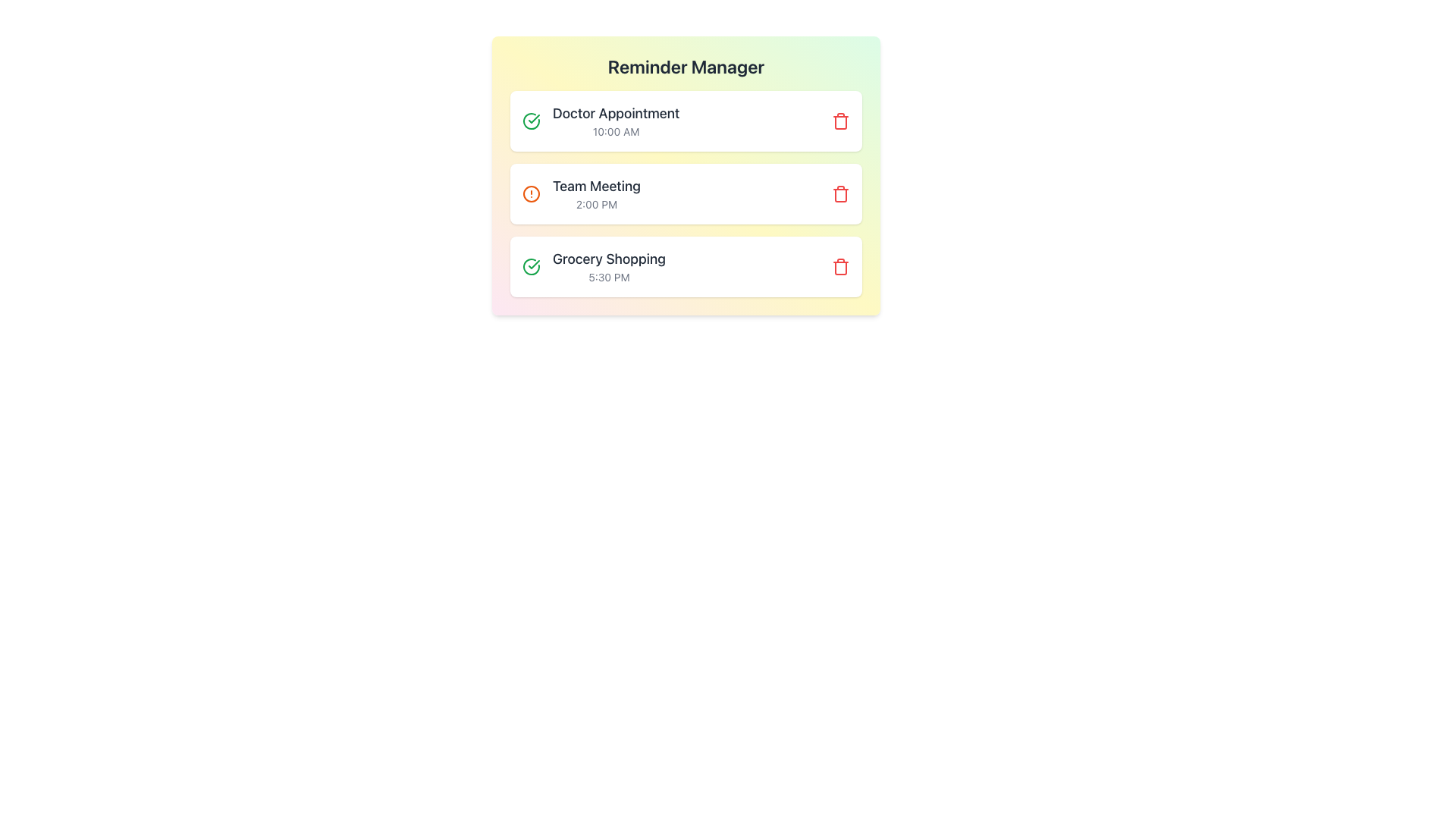 The height and width of the screenshot is (819, 1456). Describe the element at coordinates (596, 205) in the screenshot. I see `the static text label displaying the time '2:00 PM' which is part of the second item in a vertical list of reminders, located below the title 'Team Meeting'` at that location.